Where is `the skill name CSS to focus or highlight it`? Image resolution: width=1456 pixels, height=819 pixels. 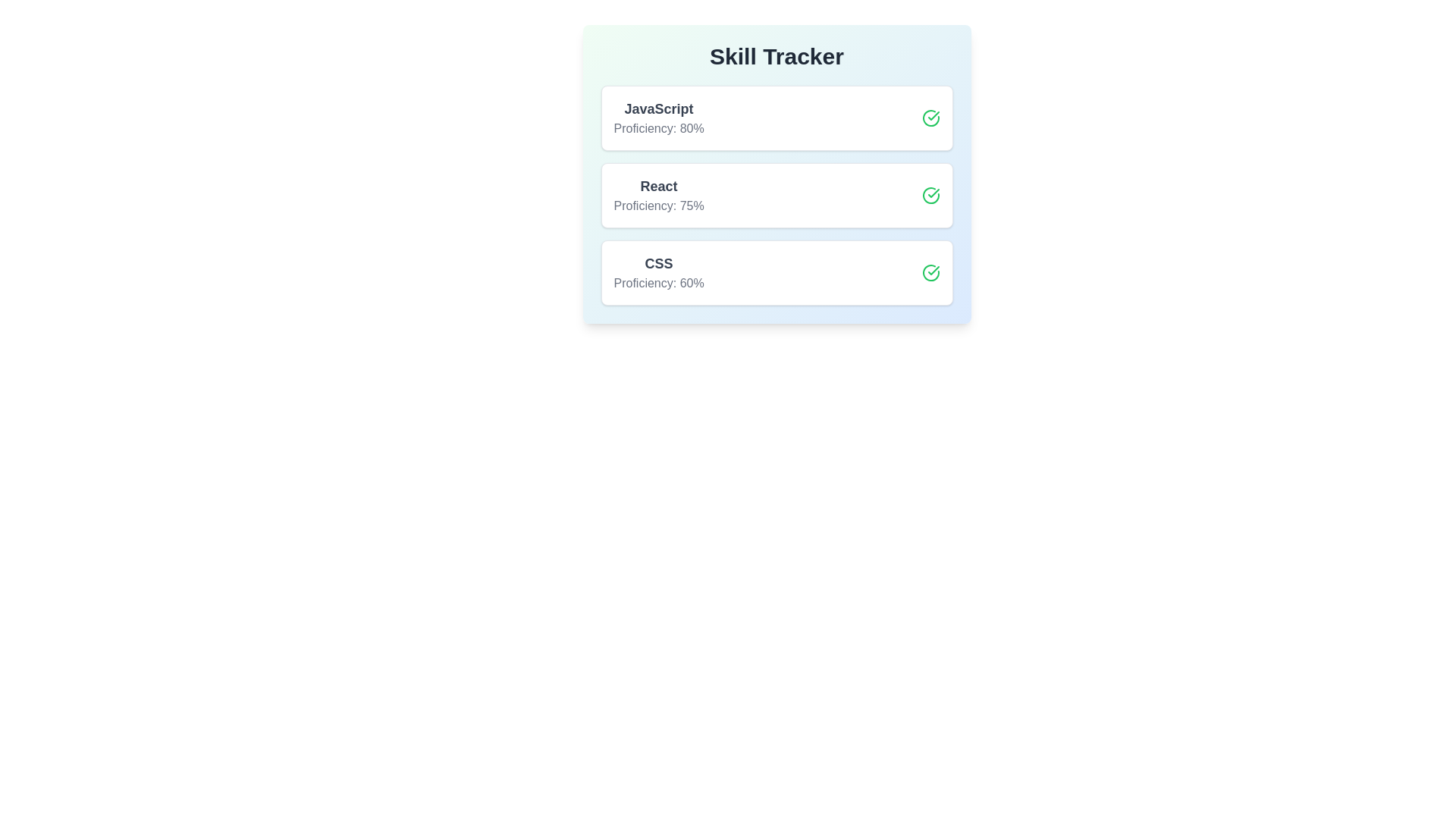
the skill name CSS to focus or highlight it is located at coordinates (658, 262).